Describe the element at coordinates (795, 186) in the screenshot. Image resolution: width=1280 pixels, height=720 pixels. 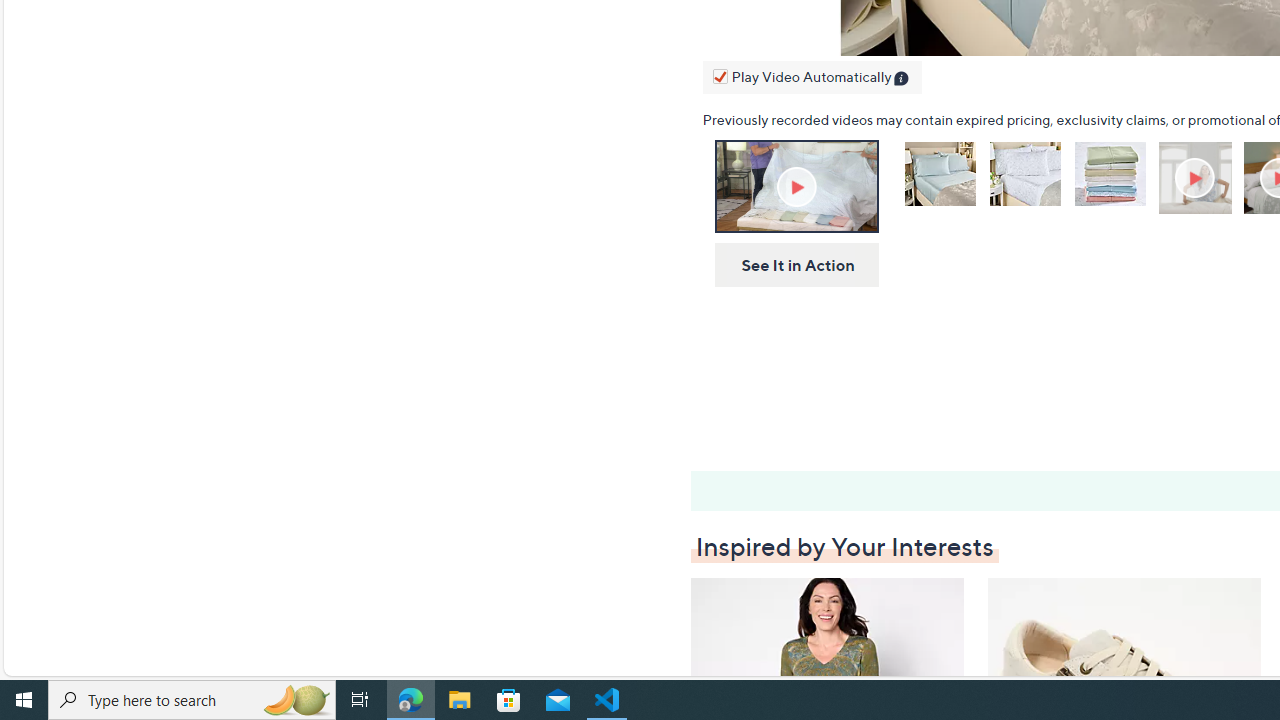
I see `'On-Air Presentation'` at that location.